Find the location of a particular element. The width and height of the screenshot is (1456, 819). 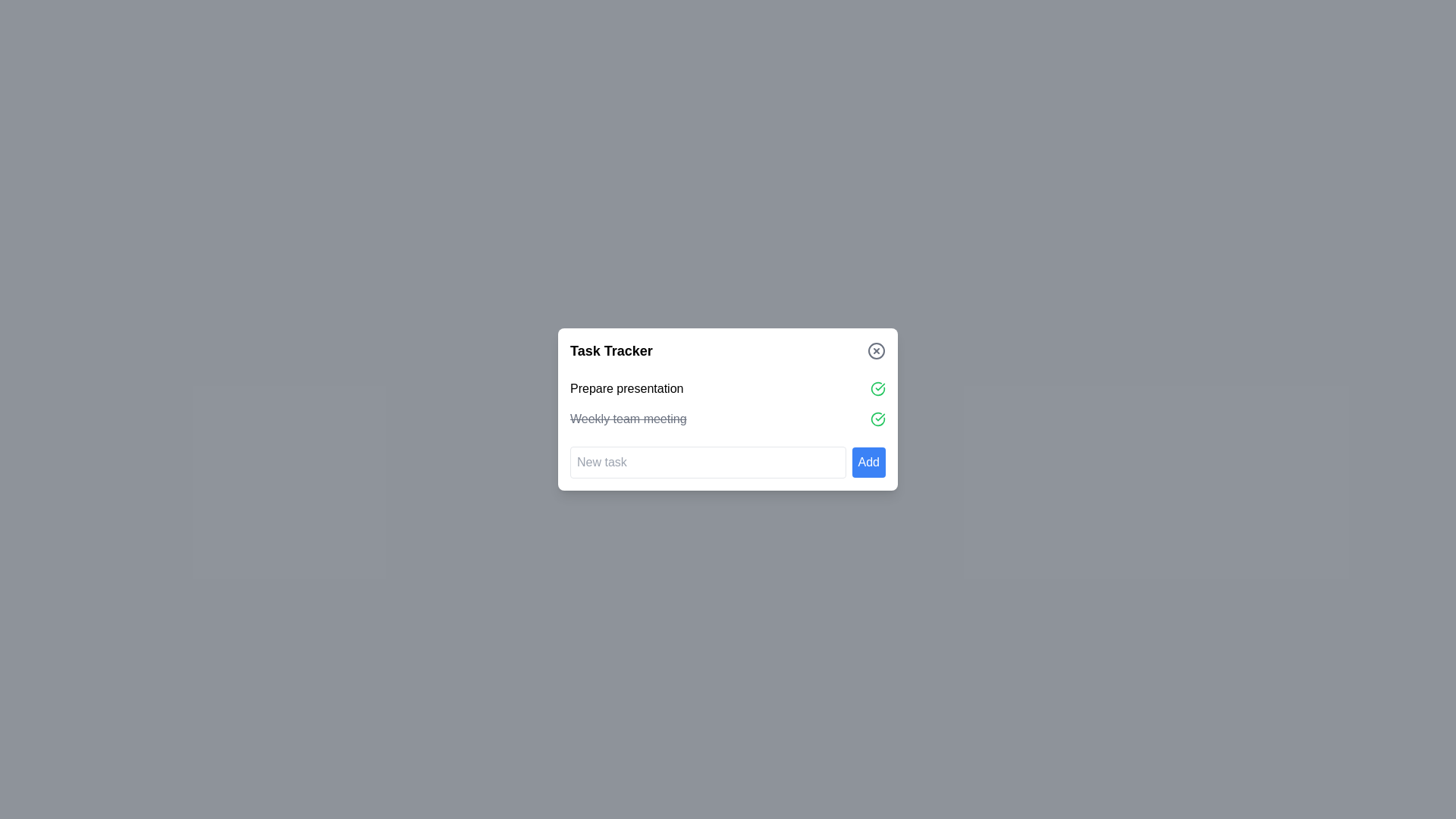

the interactive green checkmark on the second task item labeled 'Weekly team meeting' in the 'Task Tracker' widget is located at coordinates (728, 419).